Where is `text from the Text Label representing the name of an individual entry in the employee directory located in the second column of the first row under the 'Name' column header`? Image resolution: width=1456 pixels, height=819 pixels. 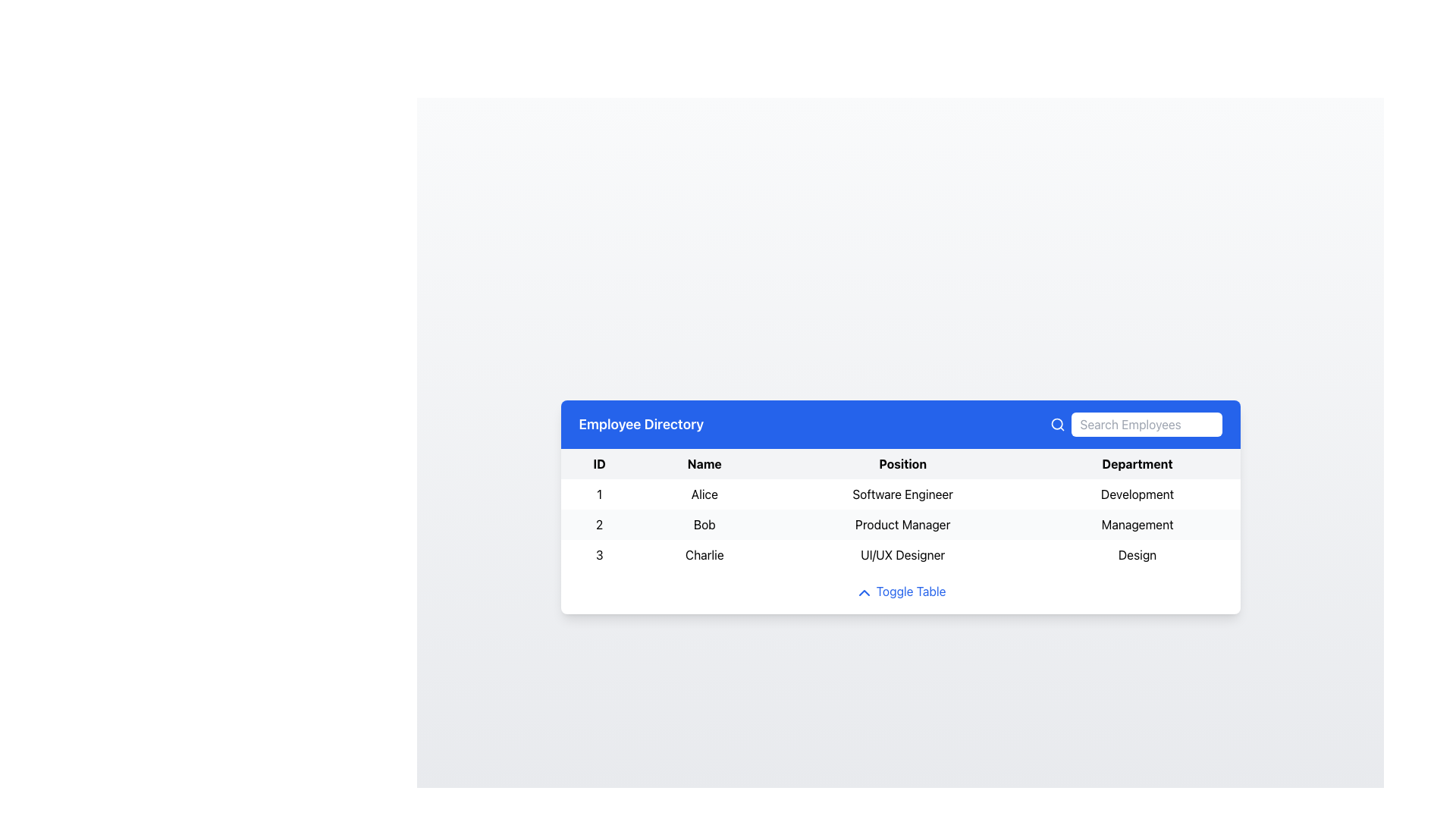
text from the Text Label representing the name of an individual entry in the employee directory located in the second column of the first row under the 'Name' column header is located at coordinates (704, 494).